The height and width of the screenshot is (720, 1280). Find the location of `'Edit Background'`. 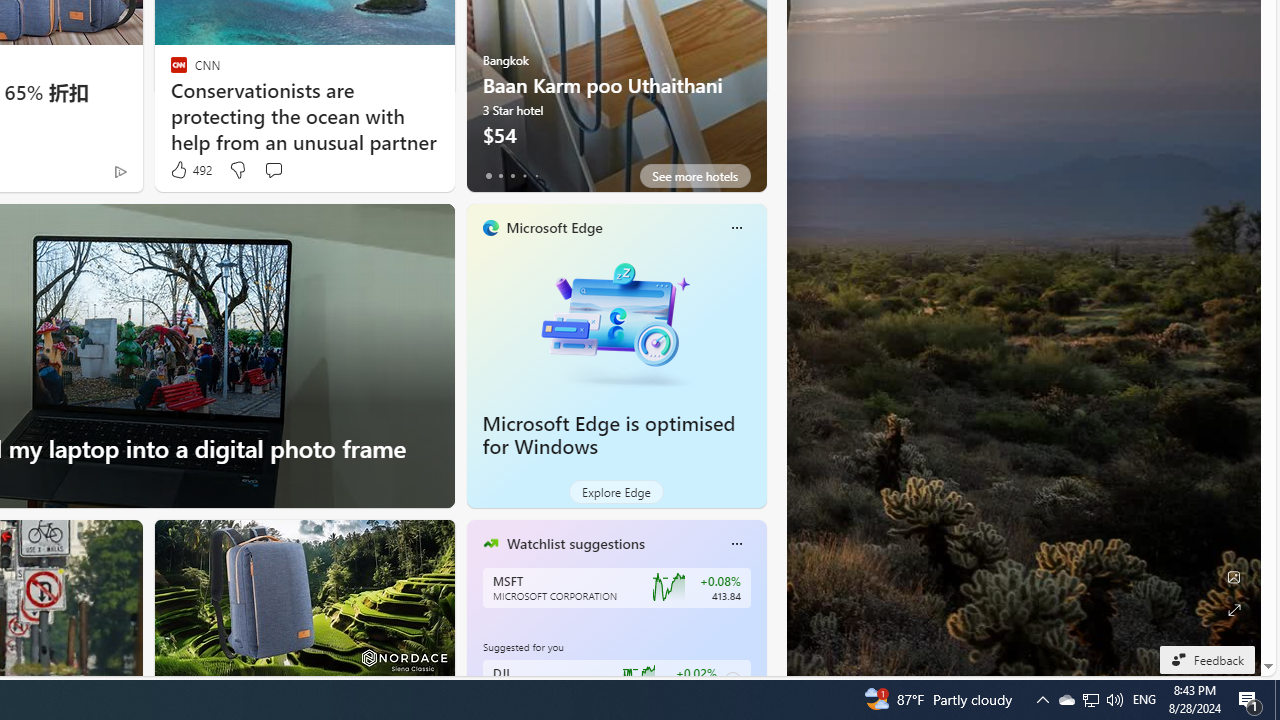

'Edit Background' is located at coordinates (1232, 577).